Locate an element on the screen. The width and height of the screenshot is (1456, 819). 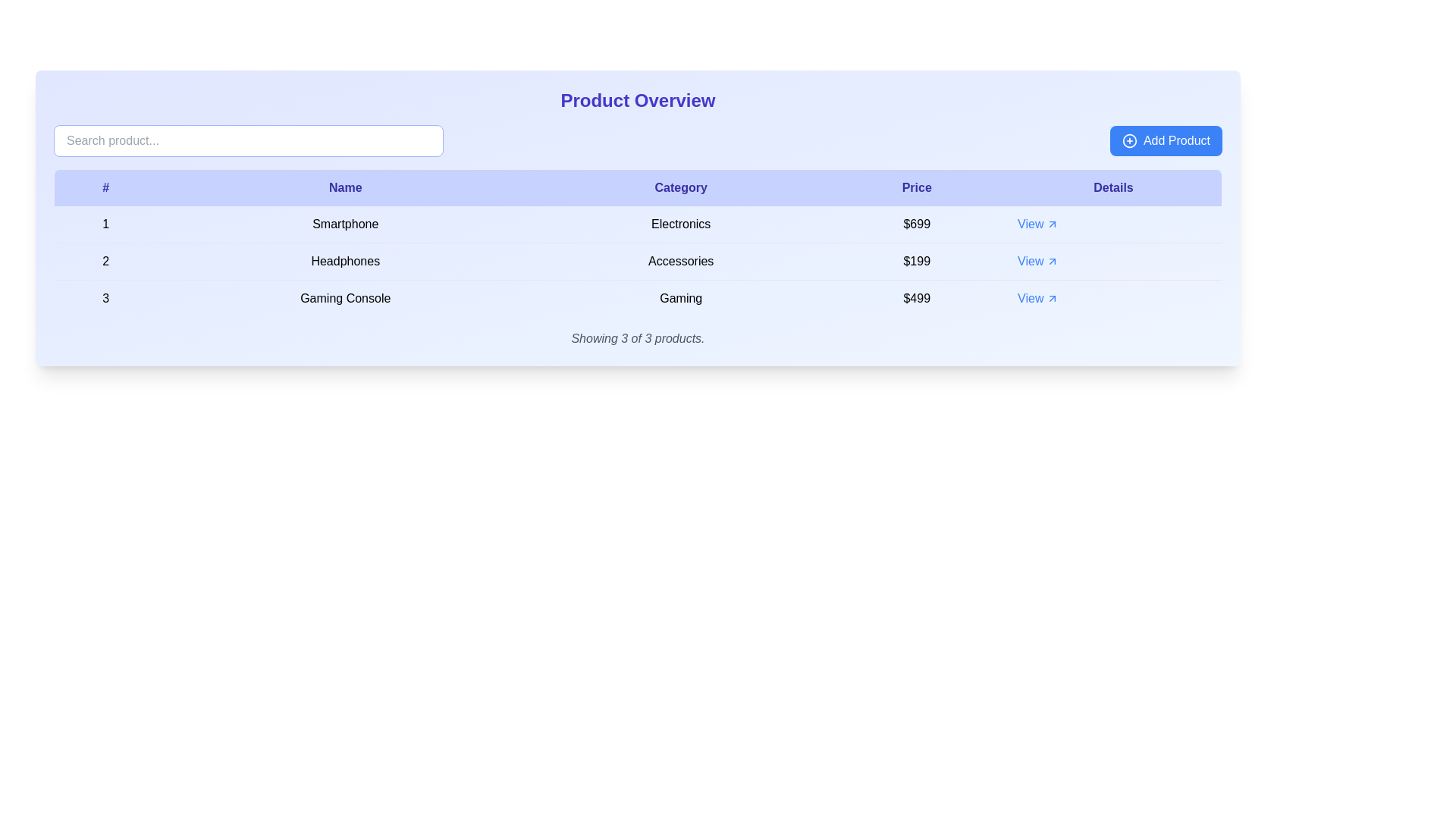
the button with a blue background and white text labeled 'Add Product' is located at coordinates (1165, 140).